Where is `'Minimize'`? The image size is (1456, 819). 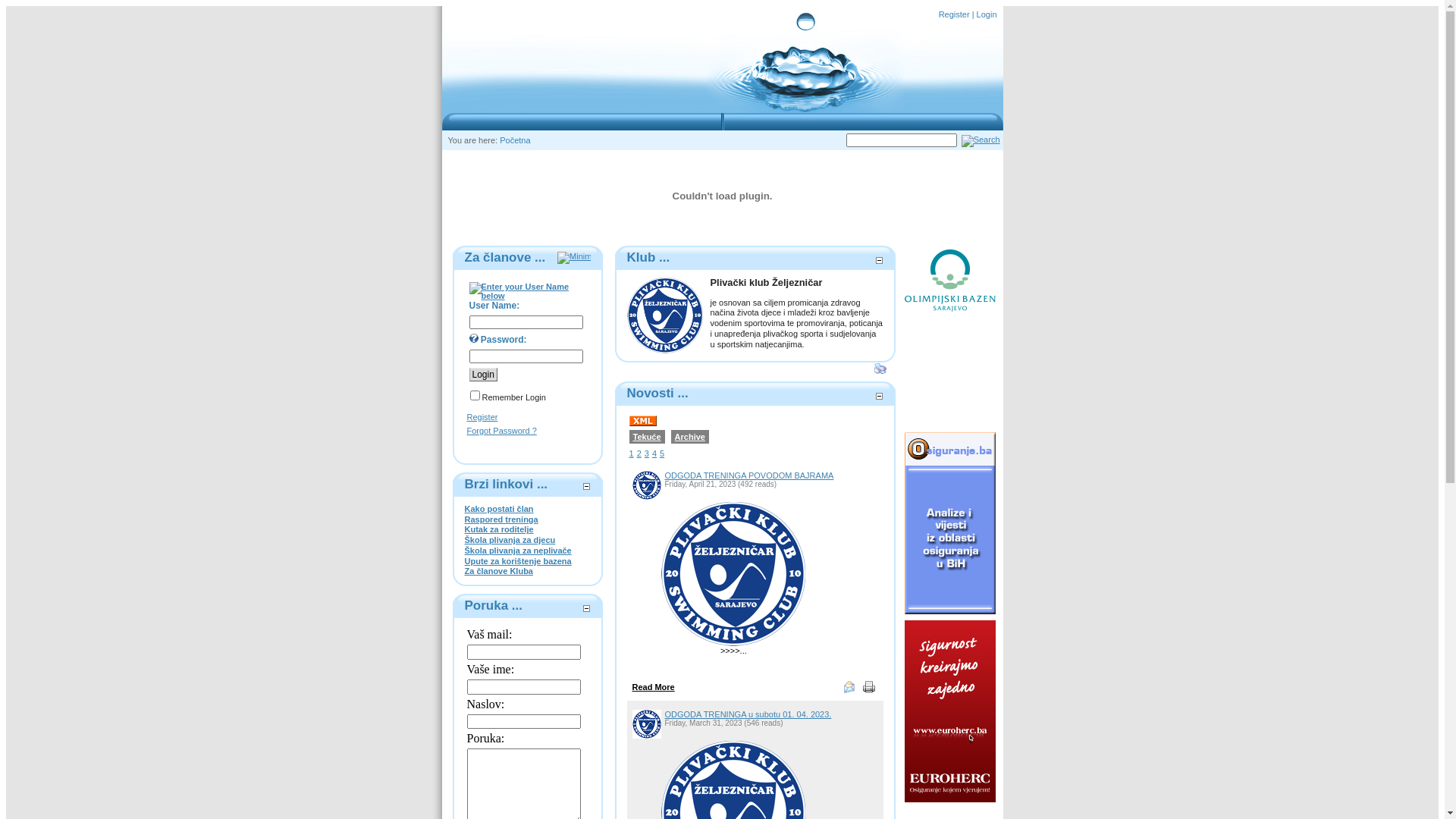 'Minimize' is located at coordinates (585, 605).